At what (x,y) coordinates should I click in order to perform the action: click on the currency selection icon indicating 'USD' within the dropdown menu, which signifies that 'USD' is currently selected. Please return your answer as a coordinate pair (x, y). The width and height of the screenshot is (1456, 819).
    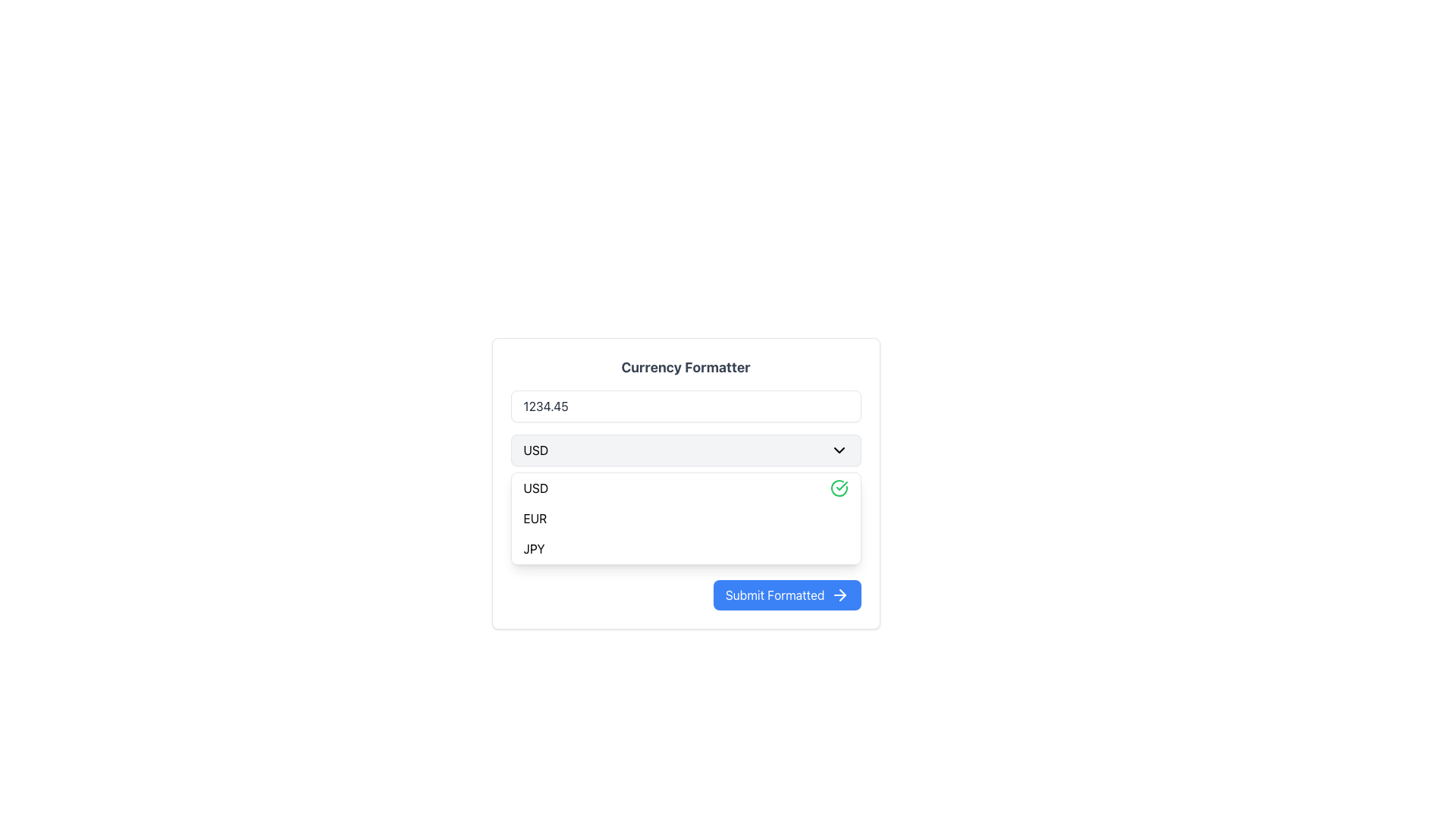
    Looking at the image, I should click on (838, 488).